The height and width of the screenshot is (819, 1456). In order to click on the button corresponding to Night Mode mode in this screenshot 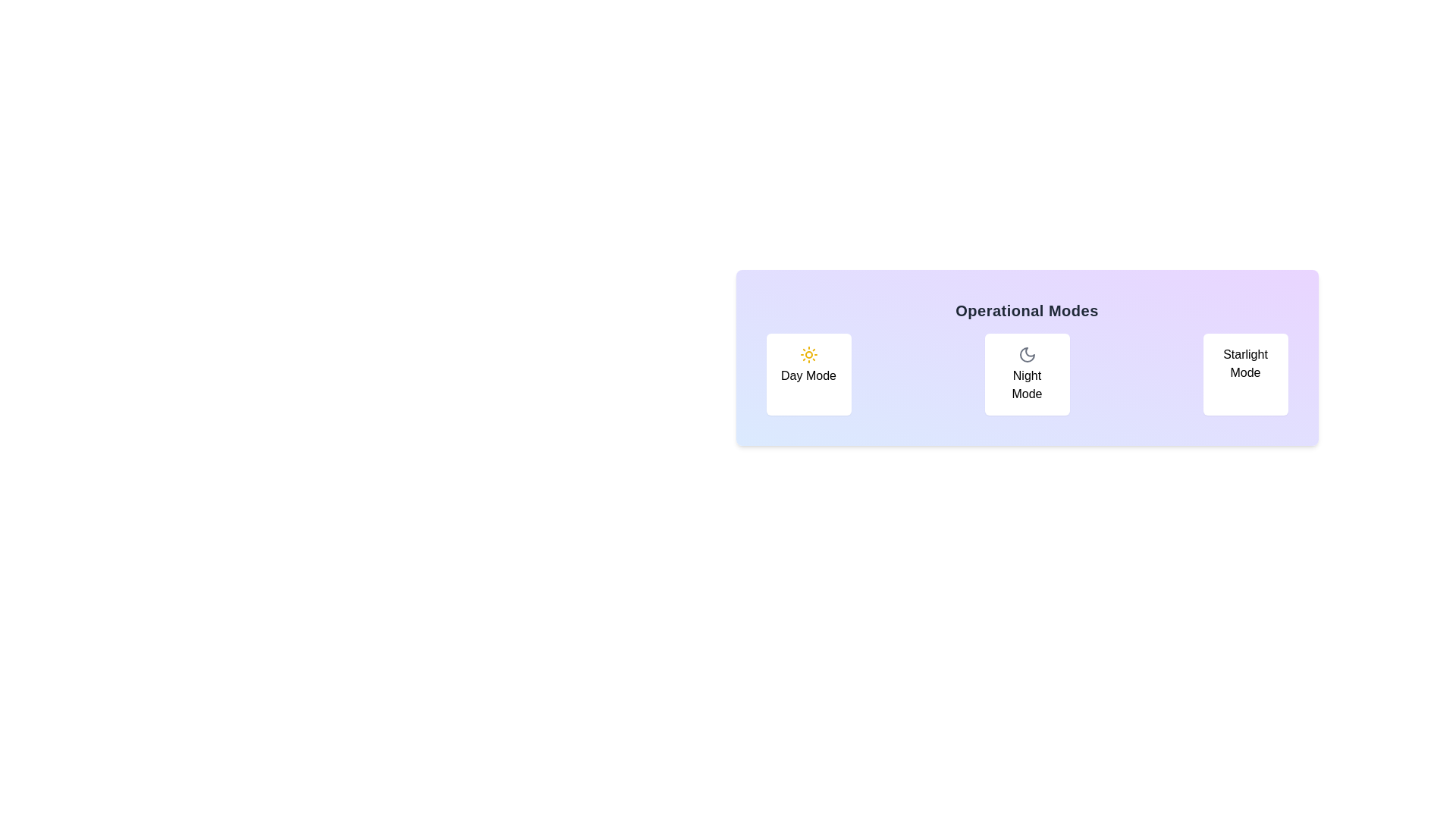, I will do `click(1027, 374)`.